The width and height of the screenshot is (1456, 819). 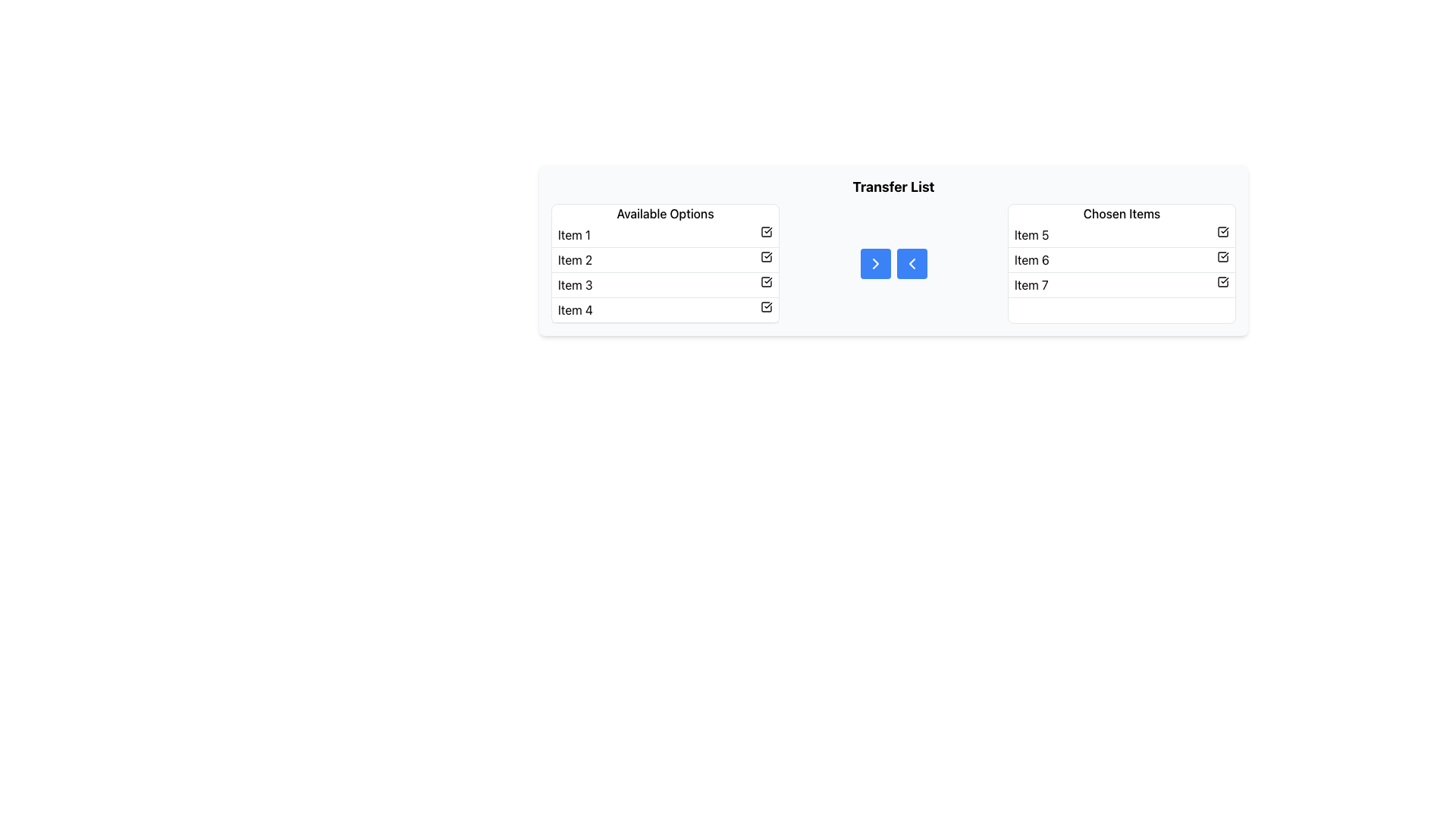 What do you see at coordinates (665, 235) in the screenshot?
I see `the first selectable list item representing 'Item 1' in the 'Available Options' section` at bounding box center [665, 235].